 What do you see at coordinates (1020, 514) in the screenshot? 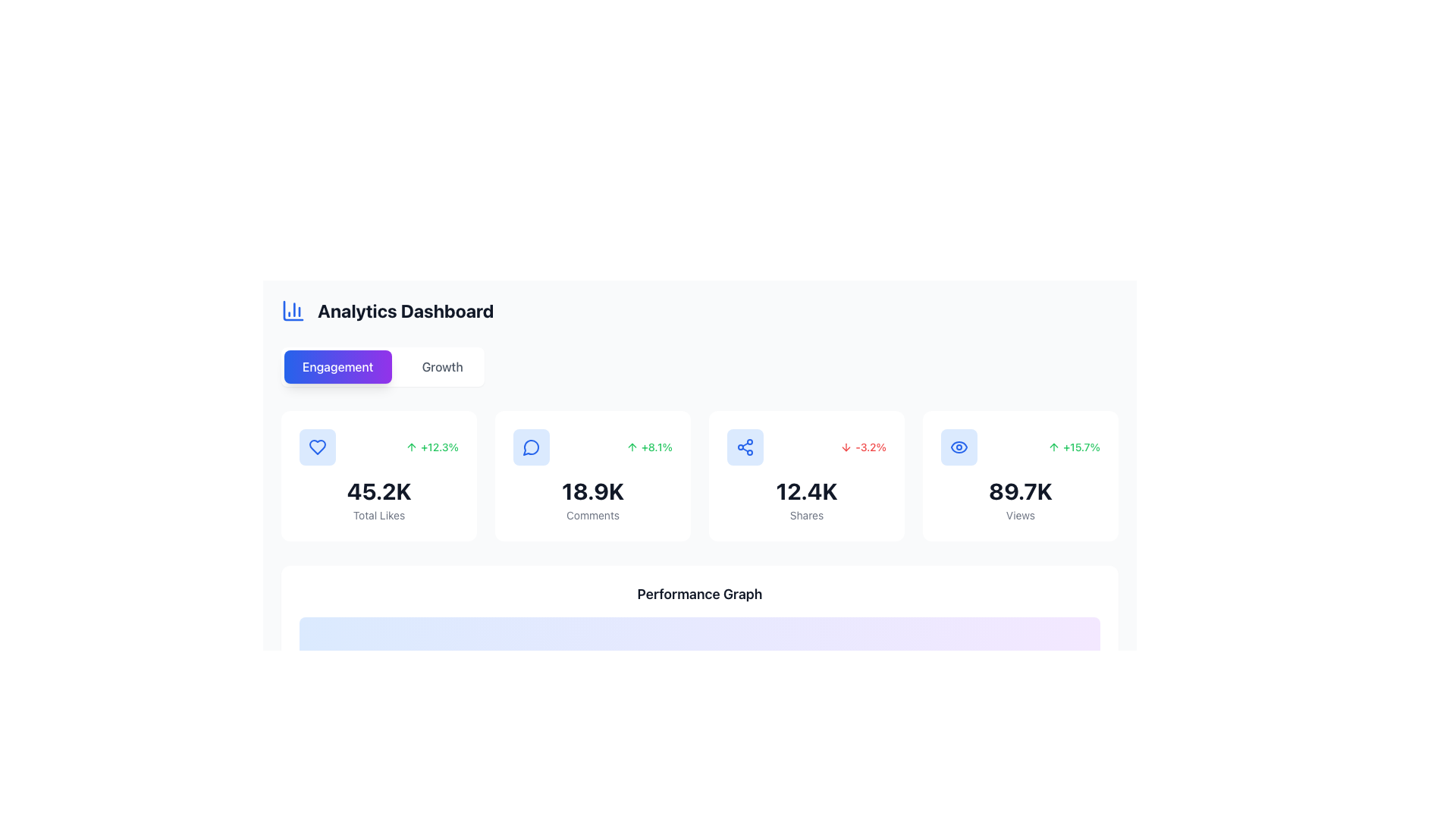
I see `the 'Views' text label displayed in a small gray font, located below the '89.7K' display within the card in the fourth column of the main dashboard view` at bounding box center [1020, 514].